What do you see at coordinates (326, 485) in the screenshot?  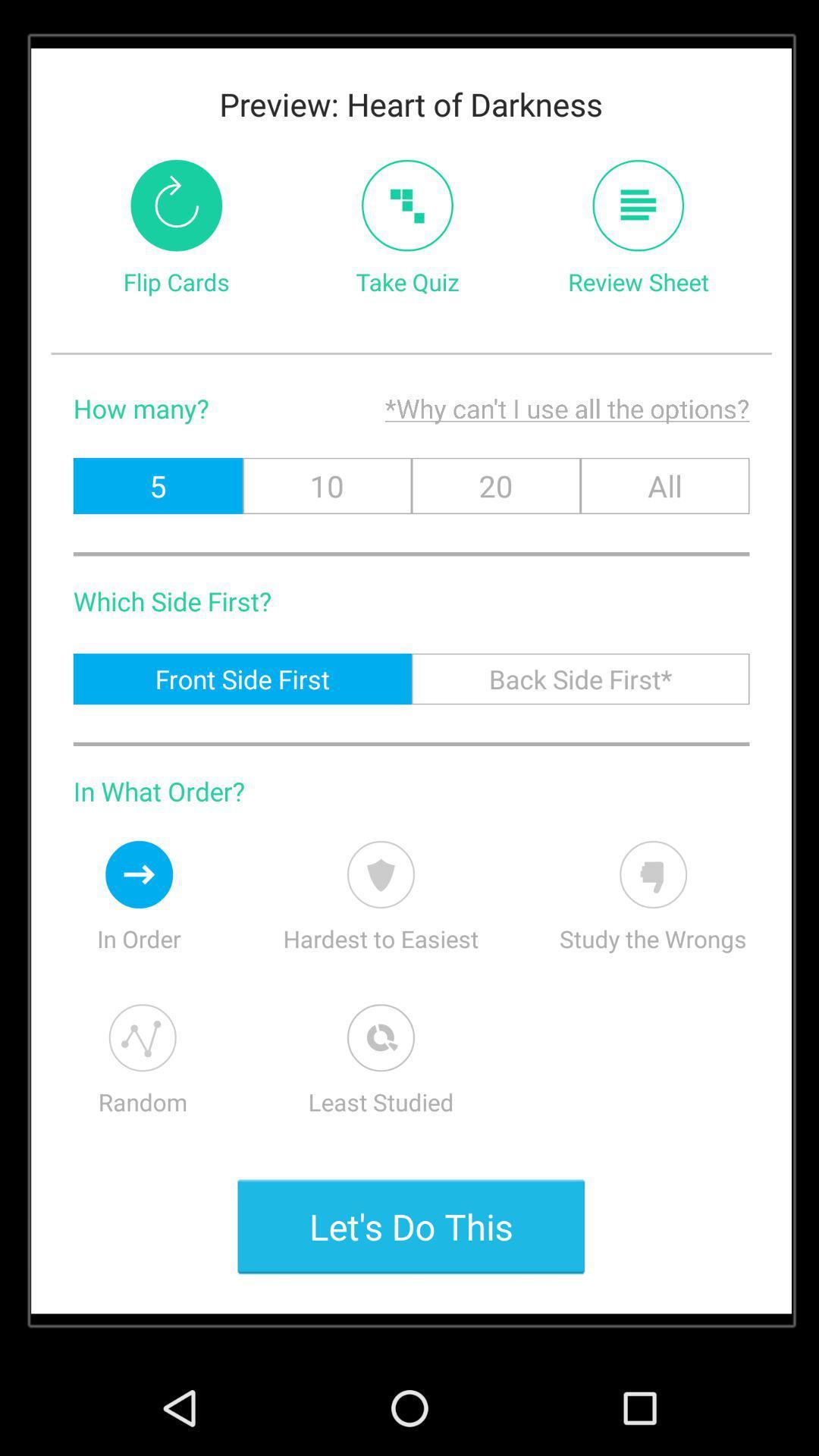 I see `the icon below why can t item` at bounding box center [326, 485].